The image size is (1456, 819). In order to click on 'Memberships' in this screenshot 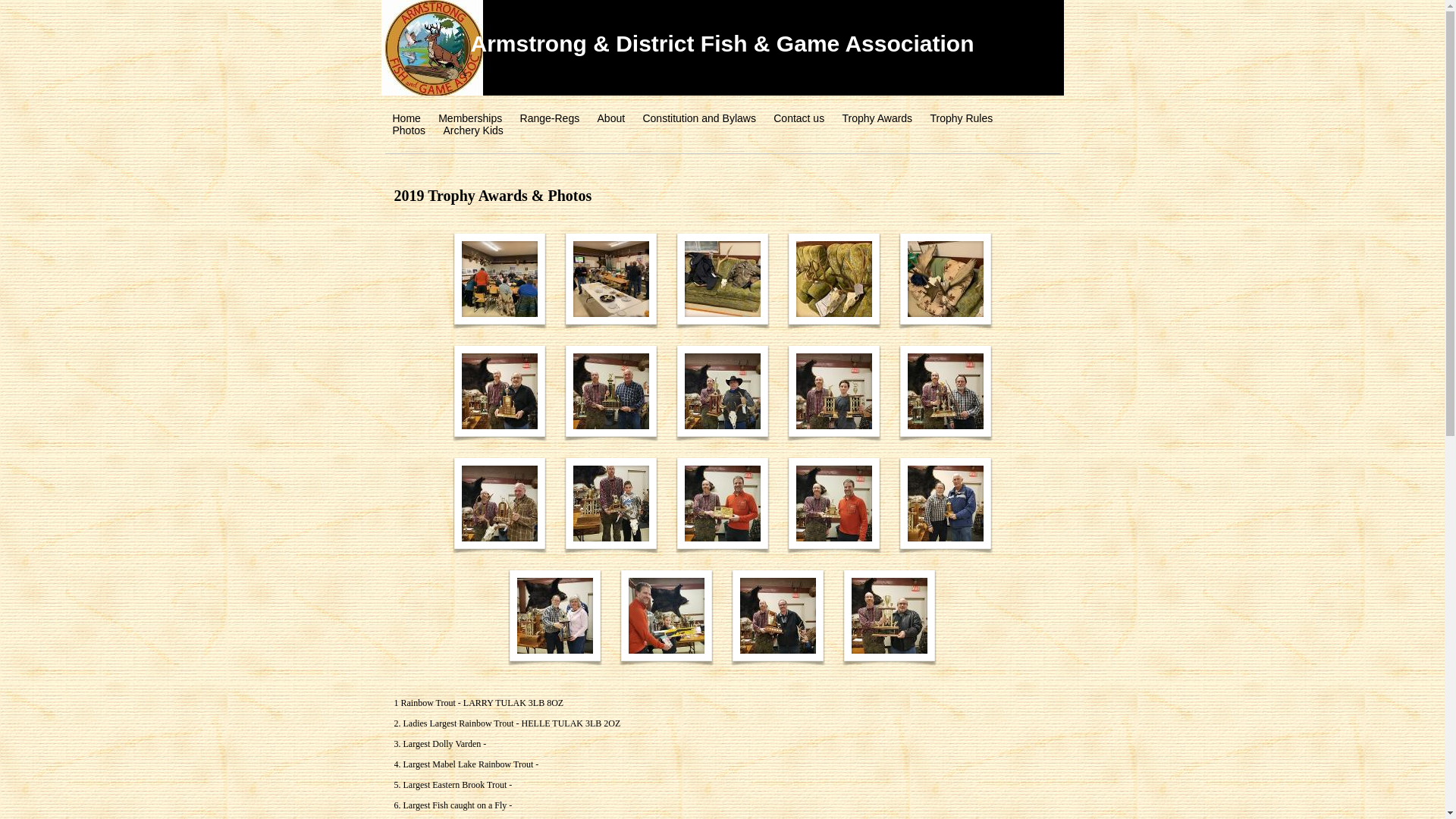, I will do `click(437, 117)`.